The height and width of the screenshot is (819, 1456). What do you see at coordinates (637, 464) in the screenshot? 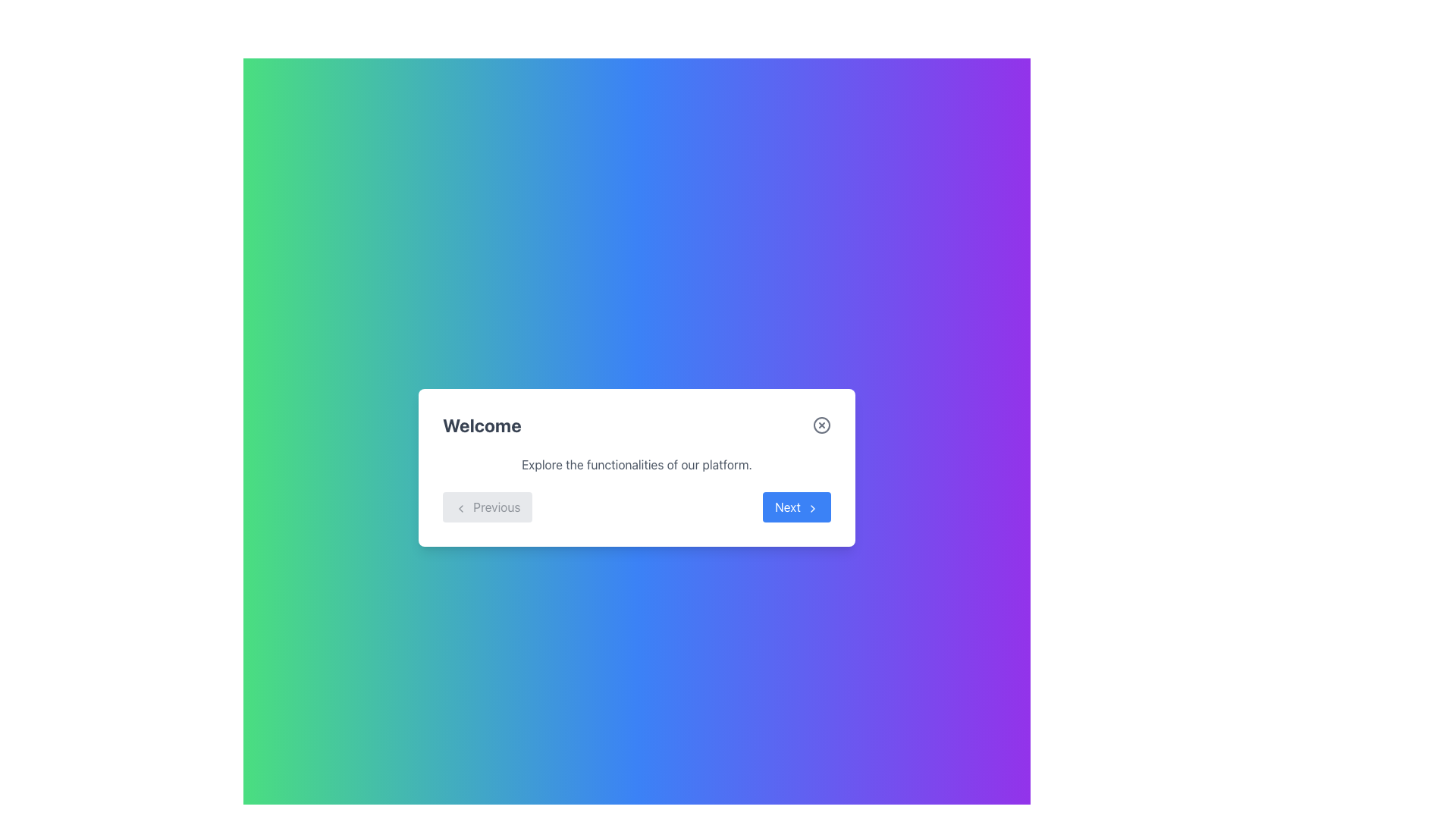
I see `the textual content saying 'Explore the functionalities of our platform.' which is centrally aligned within the modal box, located beneath the title 'Welcome'` at bounding box center [637, 464].